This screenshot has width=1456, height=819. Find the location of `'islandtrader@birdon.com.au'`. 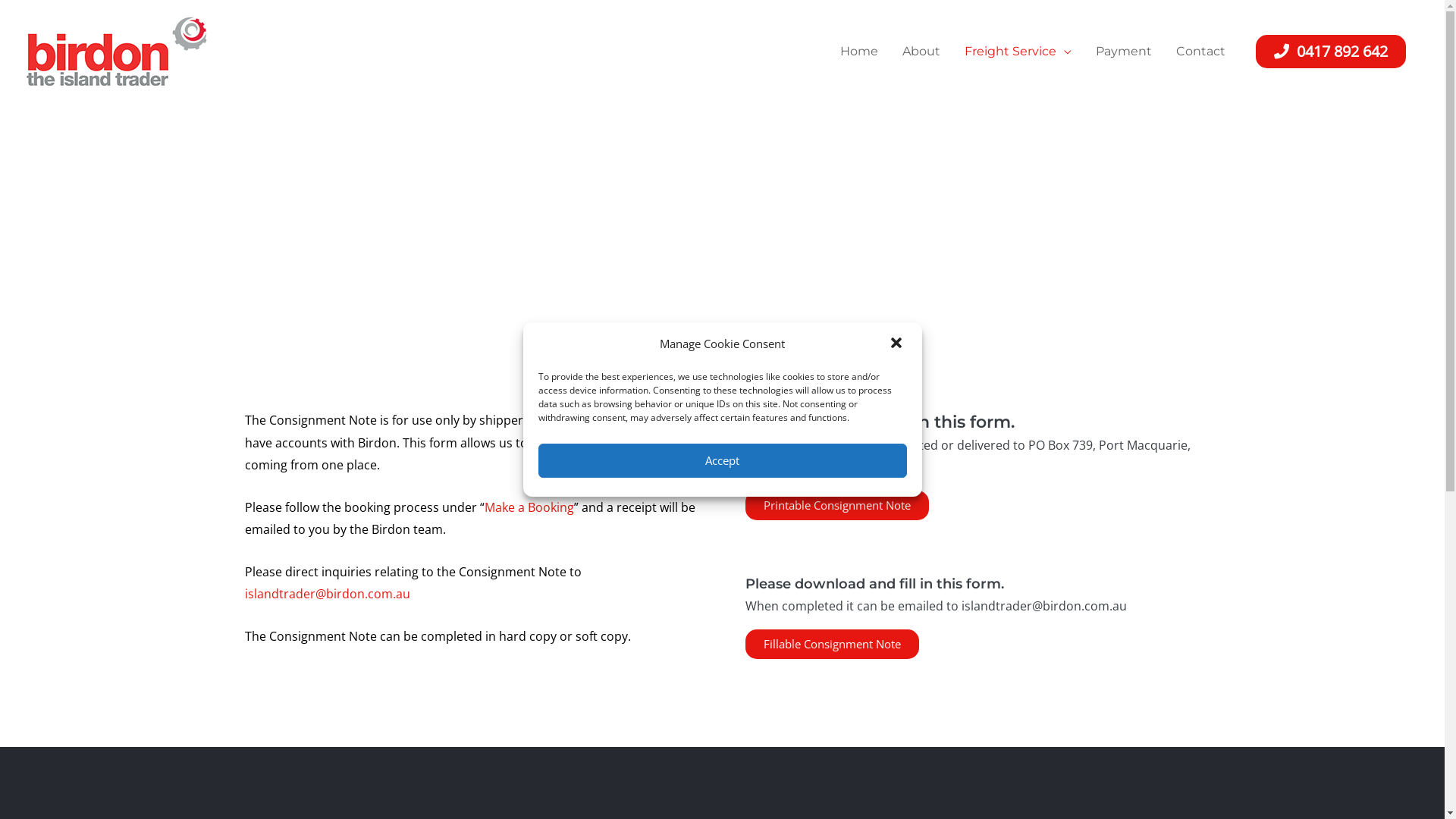

'islandtrader@birdon.com.au' is located at coordinates (326, 593).